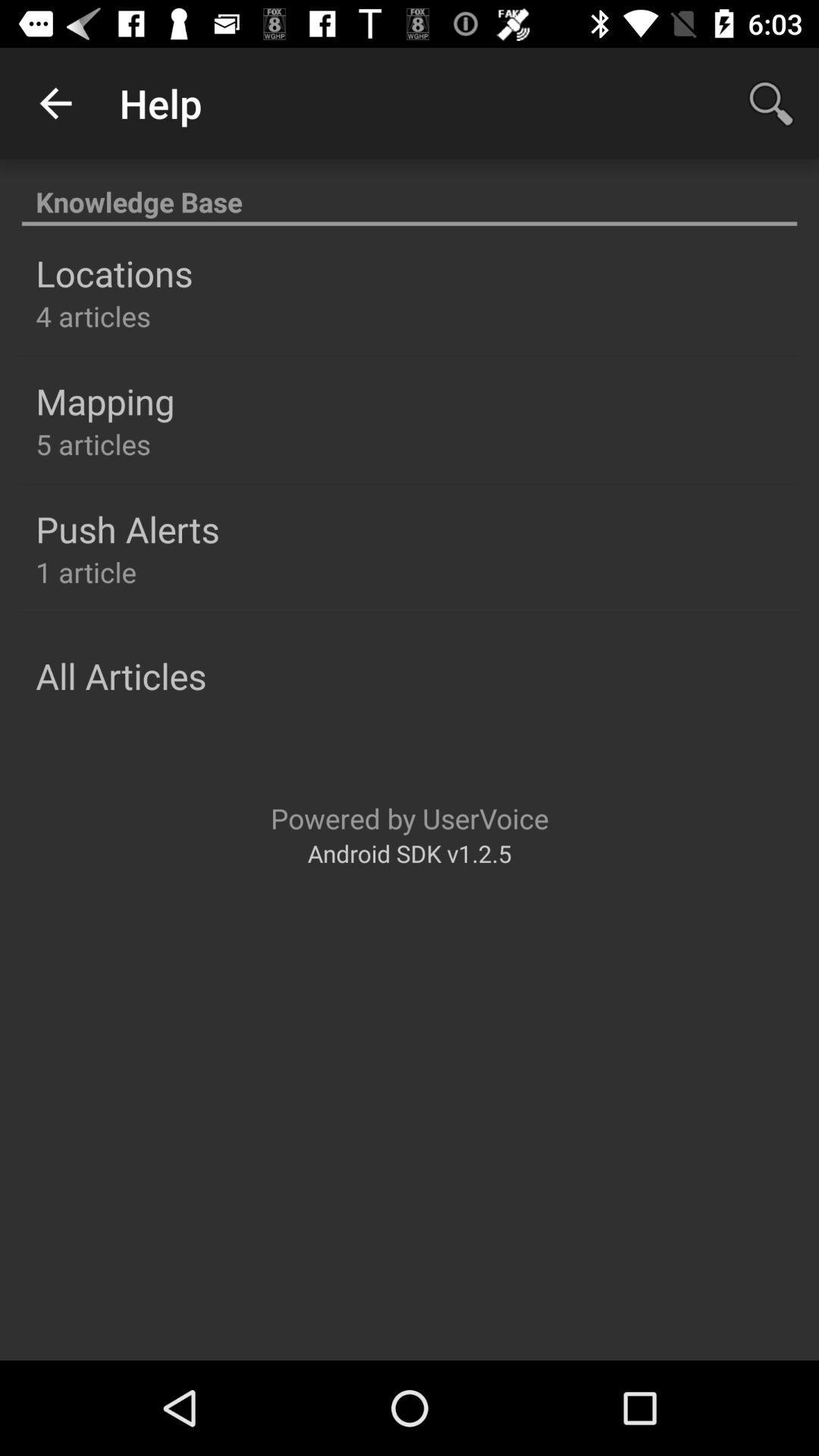 The width and height of the screenshot is (819, 1456). I want to click on app next to help, so click(771, 102).